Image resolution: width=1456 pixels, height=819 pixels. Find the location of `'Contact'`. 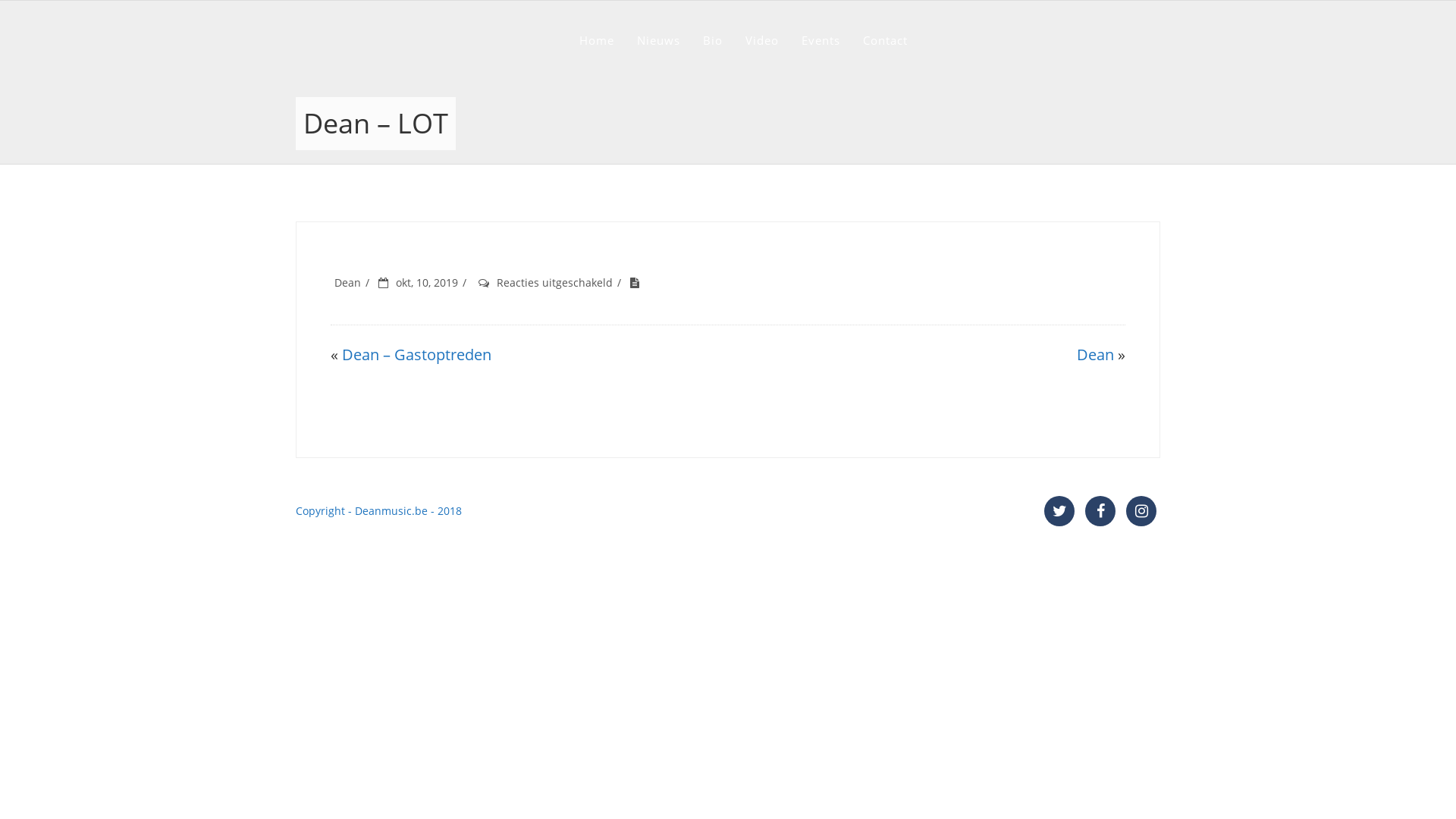

'Contact' is located at coordinates (855, 39).